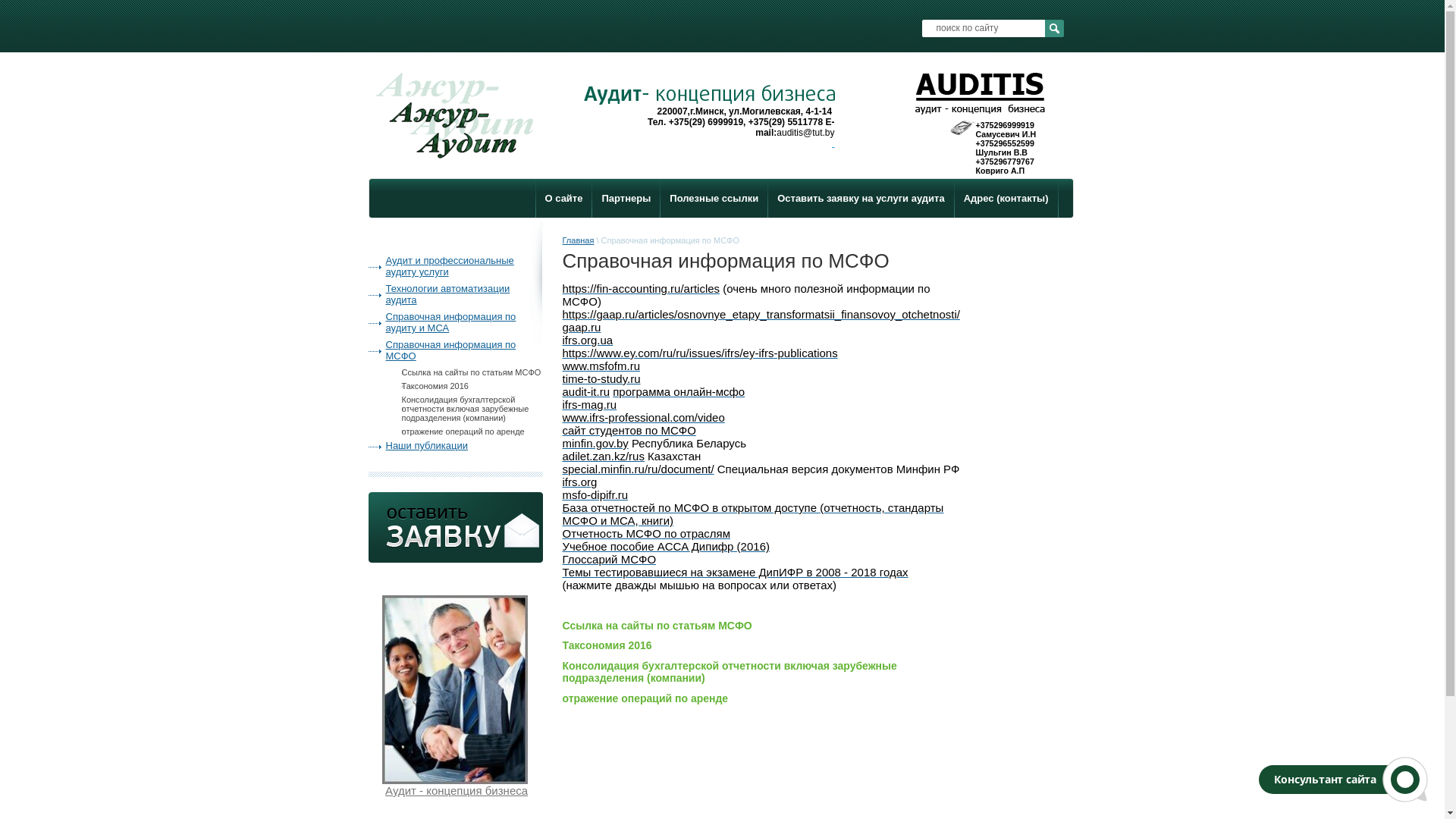 Image resolution: width=1456 pixels, height=819 pixels. What do you see at coordinates (832, 143) in the screenshot?
I see `' '` at bounding box center [832, 143].